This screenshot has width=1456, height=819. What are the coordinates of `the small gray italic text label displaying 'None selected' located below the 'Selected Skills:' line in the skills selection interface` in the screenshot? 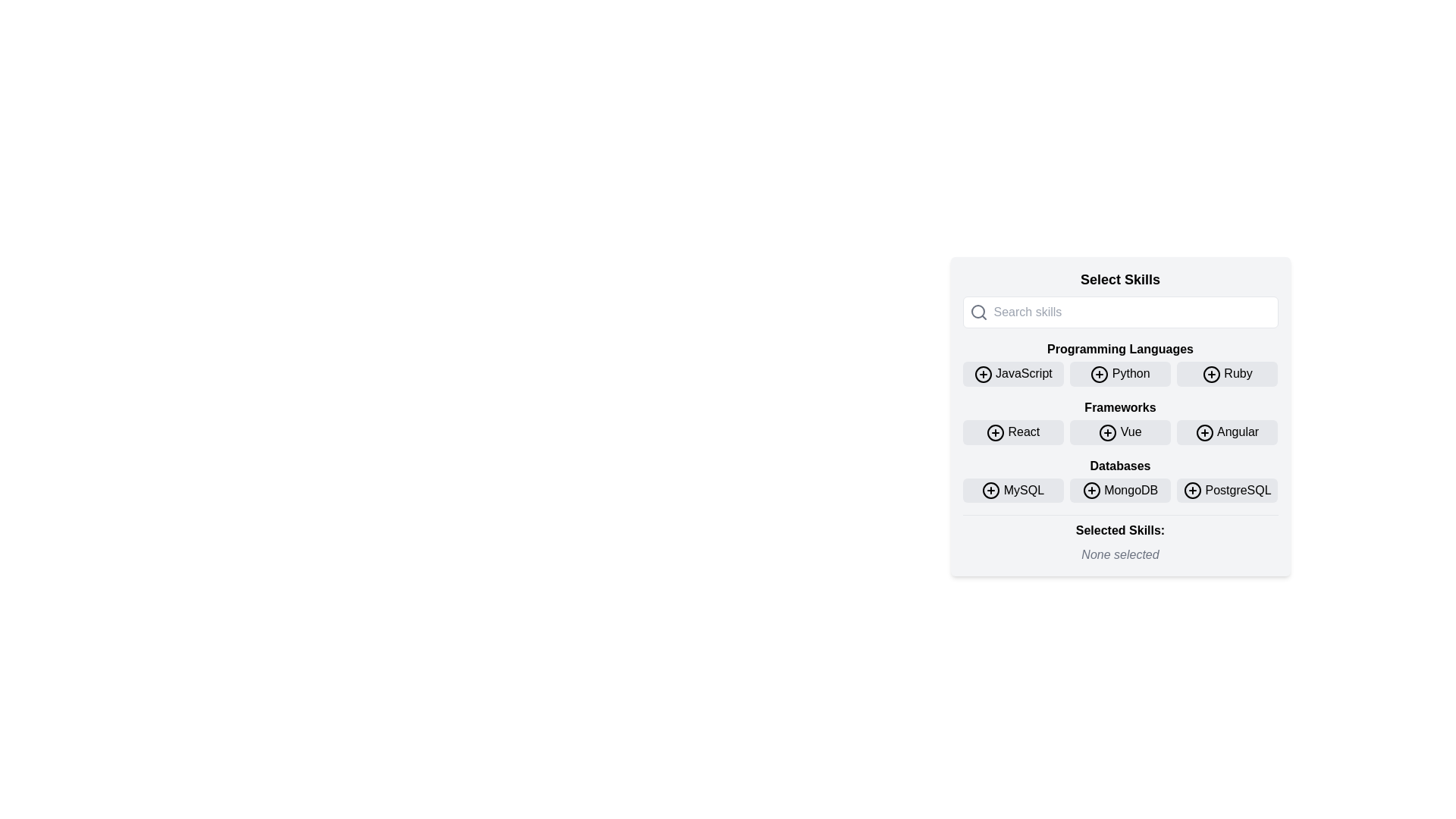 It's located at (1120, 555).